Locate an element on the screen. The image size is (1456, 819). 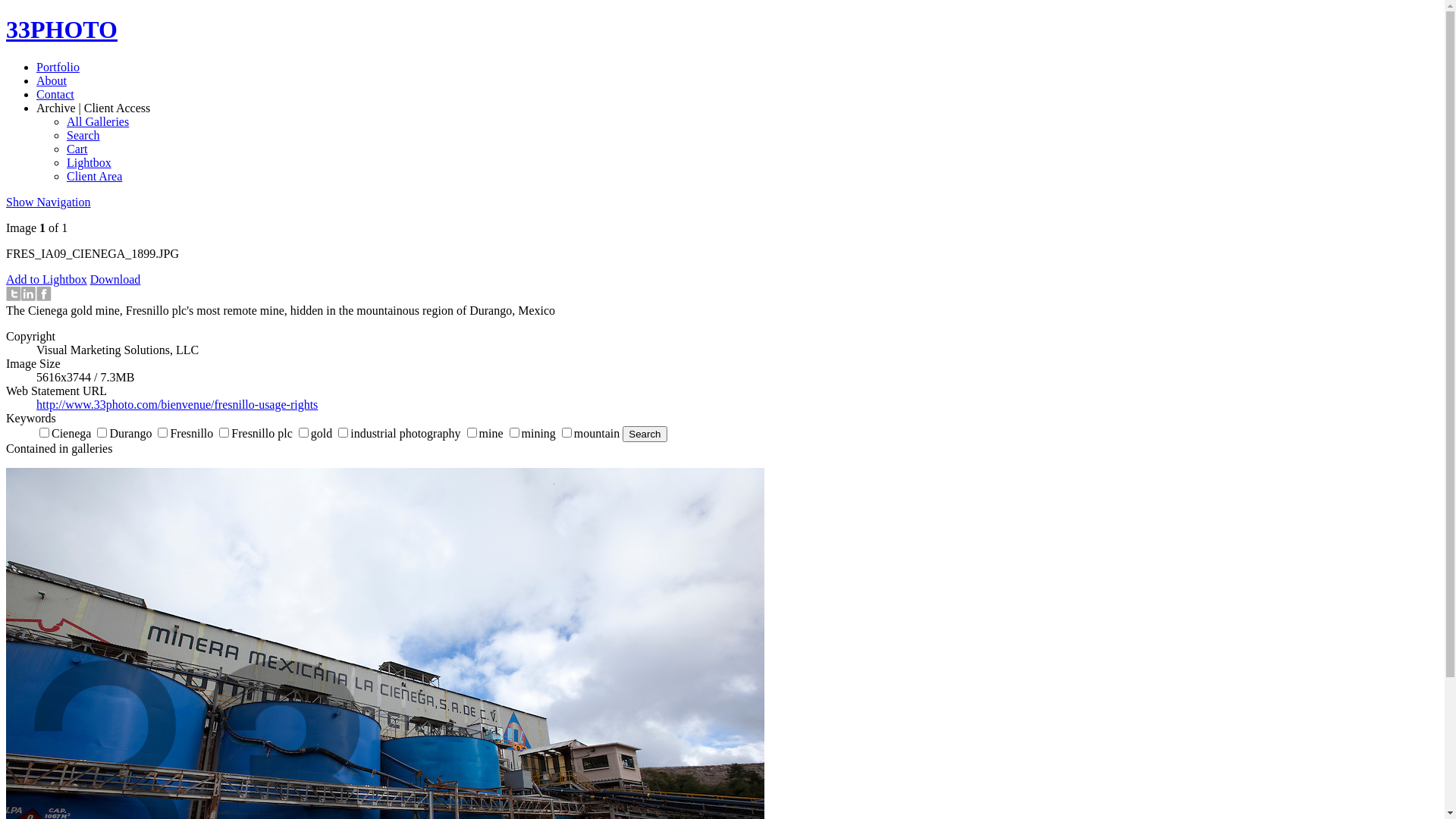
'http://www.33photo.com/bienvenue/fresnillo-usage-rights' is located at coordinates (177, 403).